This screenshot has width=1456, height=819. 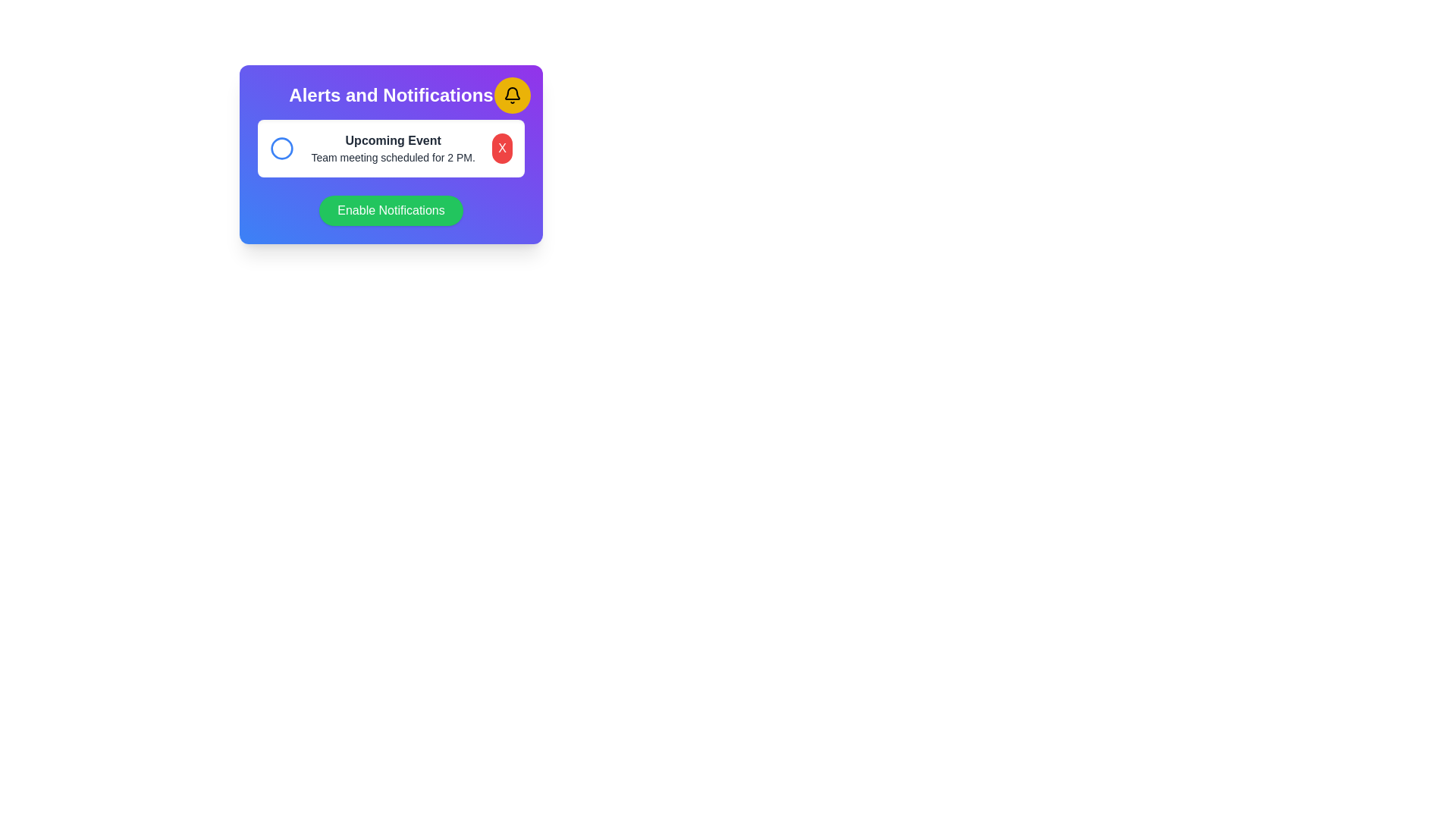 What do you see at coordinates (513, 96) in the screenshot?
I see `the black bell icon within the yellow circular background located in the top-right corner of the purple card labeled 'Alerts and Notifications'` at bounding box center [513, 96].